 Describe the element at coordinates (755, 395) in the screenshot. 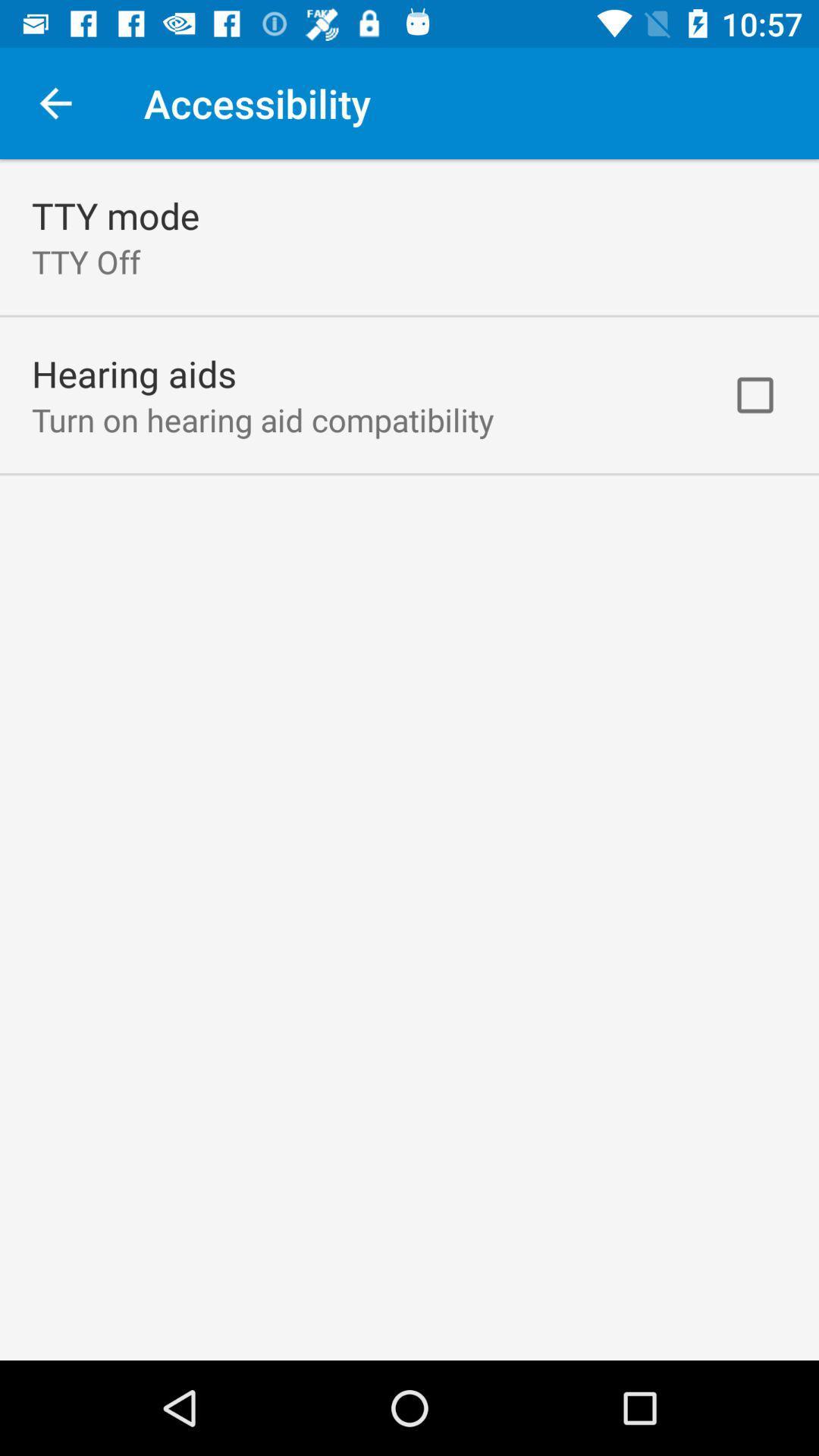

I see `item next to the turn on hearing item` at that location.